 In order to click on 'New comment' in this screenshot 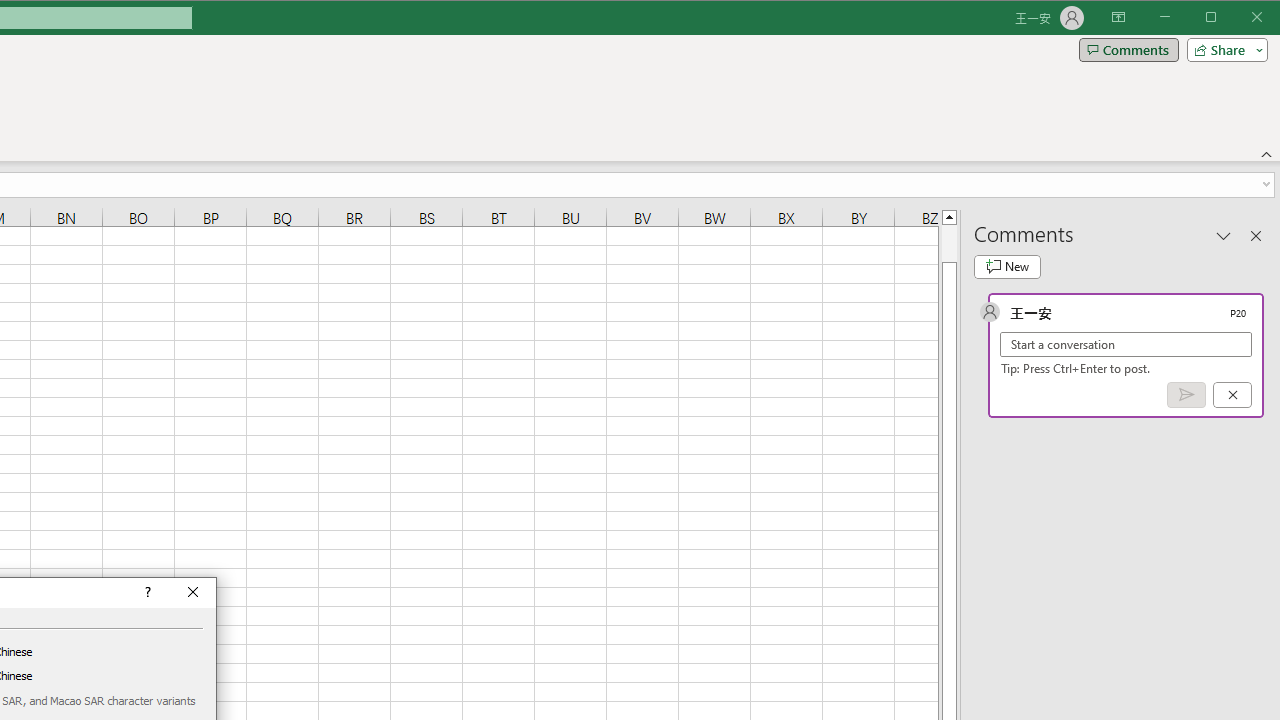, I will do `click(1007, 266)`.